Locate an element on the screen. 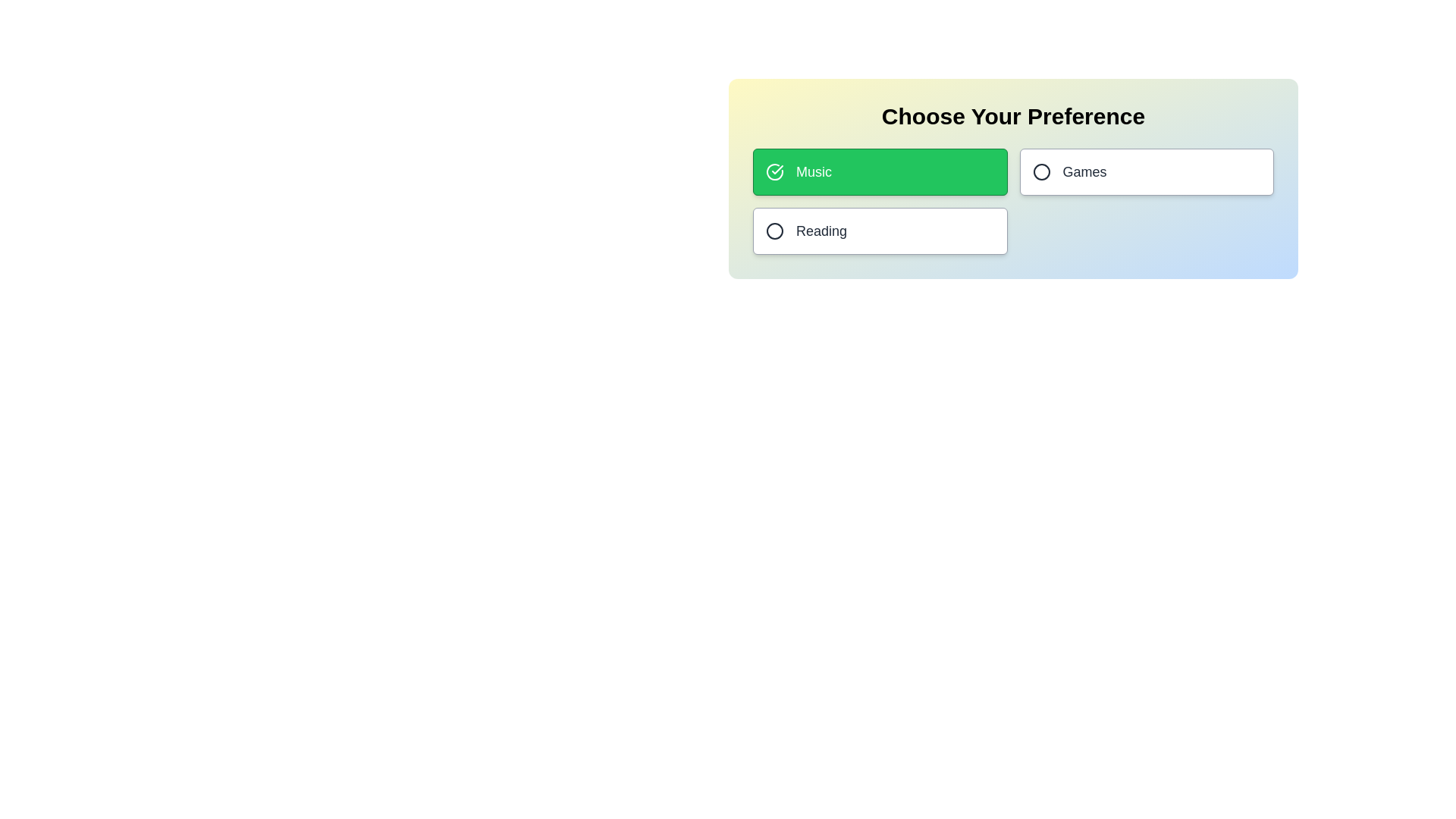 This screenshot has width=1456, height=819. the icon indicating the checked or selected state for the 'Music' category, located to the left of the 'Music' text within the green button labeled 'Music' is located at coordinates (775, 171).